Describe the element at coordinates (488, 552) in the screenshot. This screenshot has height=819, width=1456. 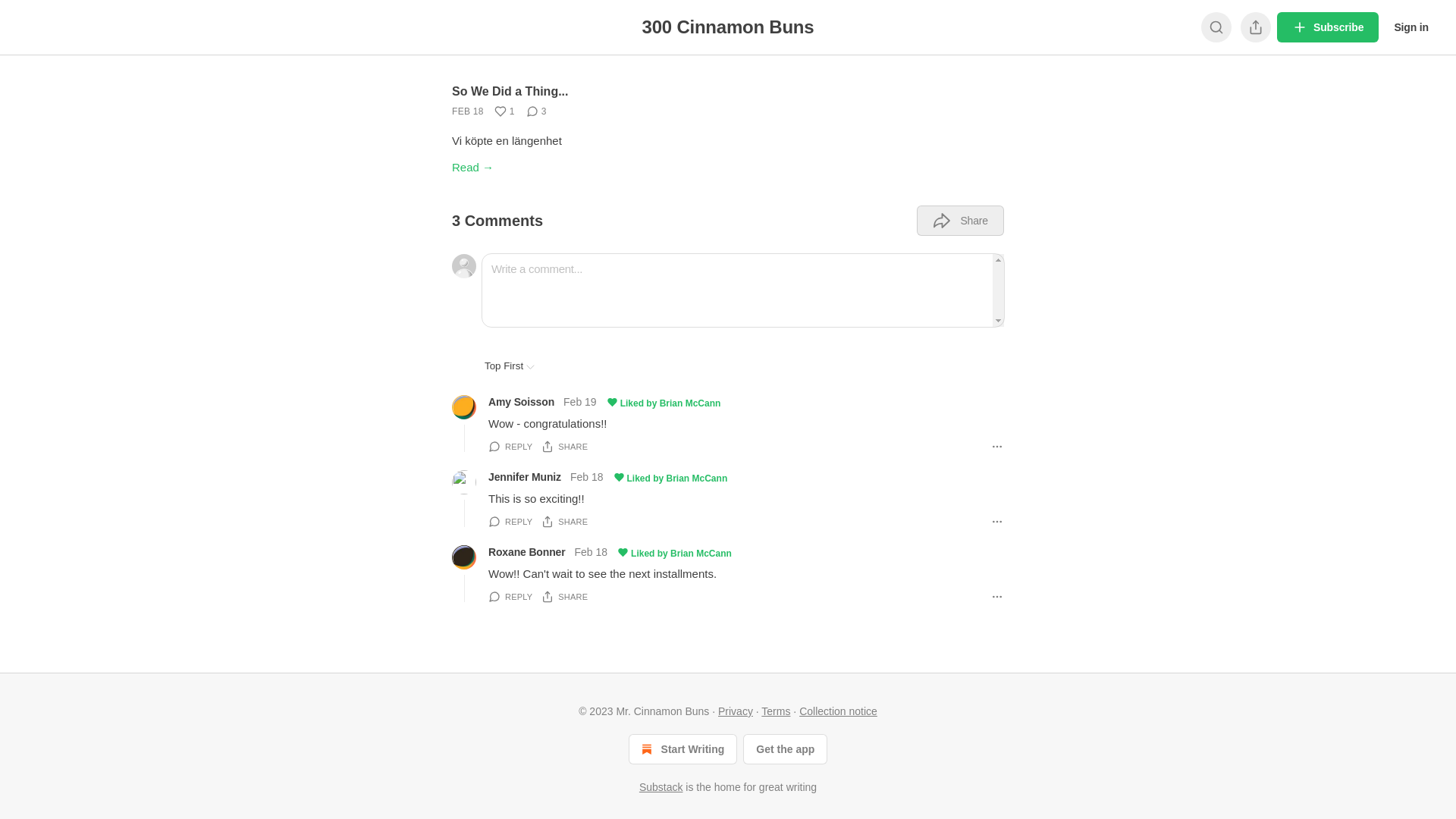
I see `'Roxane Bonner'` at that location.